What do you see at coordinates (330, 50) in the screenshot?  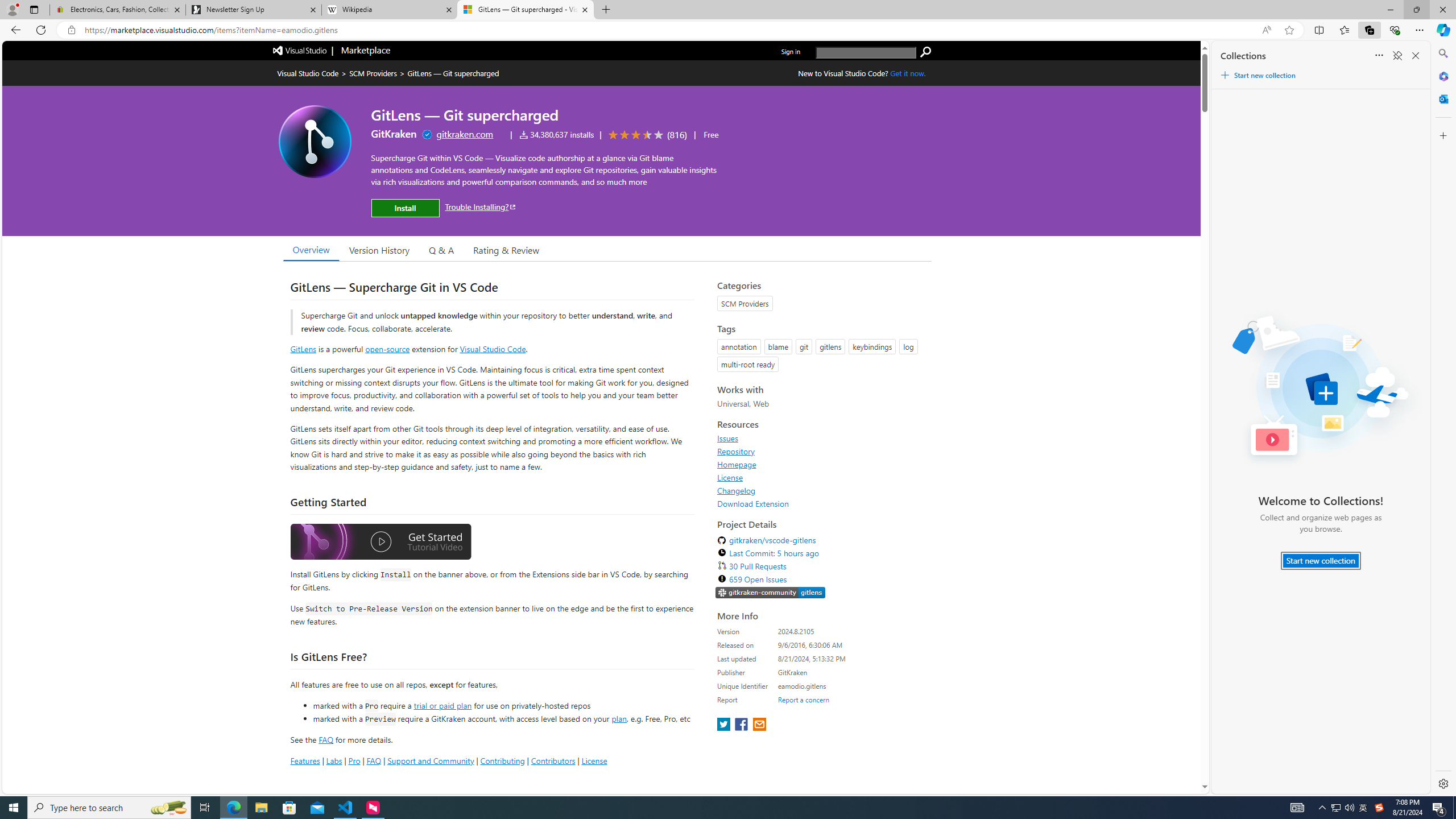 I see `'Visual Studio logo Marketplace logo'` at bounding box center [330, 50].